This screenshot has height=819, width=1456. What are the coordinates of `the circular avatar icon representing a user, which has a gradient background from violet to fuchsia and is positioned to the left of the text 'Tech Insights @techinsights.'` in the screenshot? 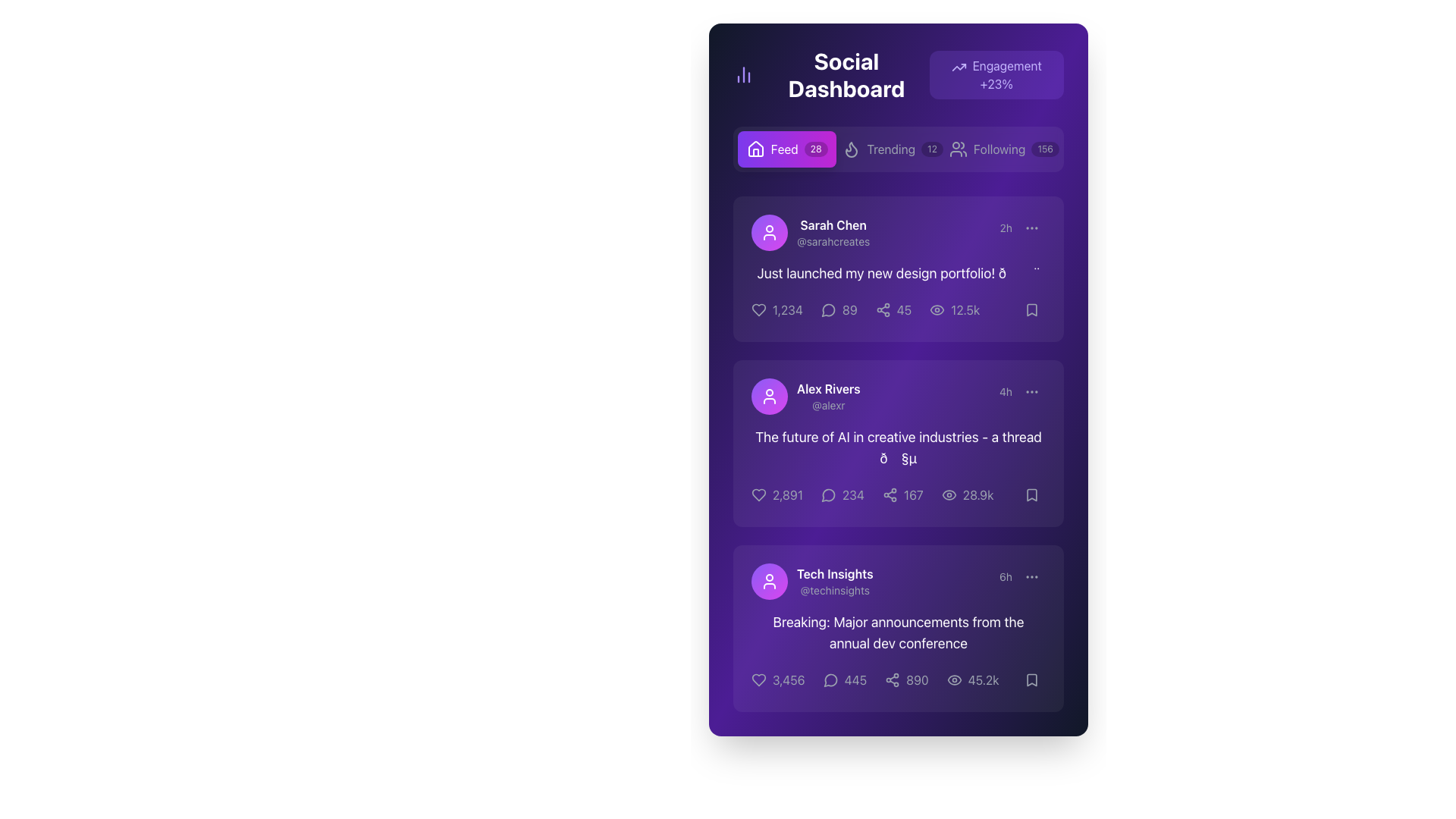 It's located at (769, 581).